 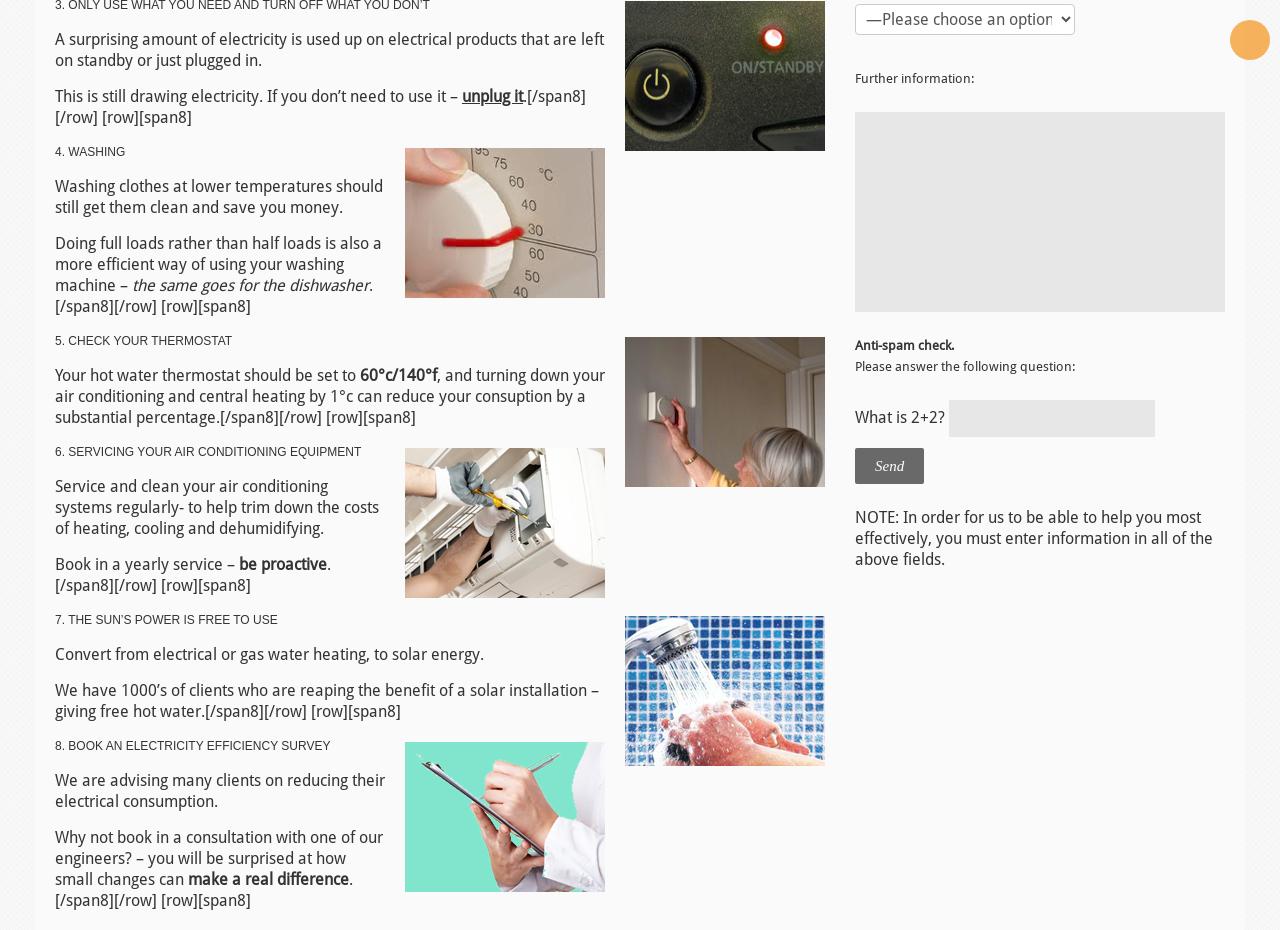 What do you see at coordinates (329, 48) in the screenshot?
I see `'A surprising amount of electricity is used up on electrical products that are left on standby or just plugged in.'` at bounding box center [329, 48].